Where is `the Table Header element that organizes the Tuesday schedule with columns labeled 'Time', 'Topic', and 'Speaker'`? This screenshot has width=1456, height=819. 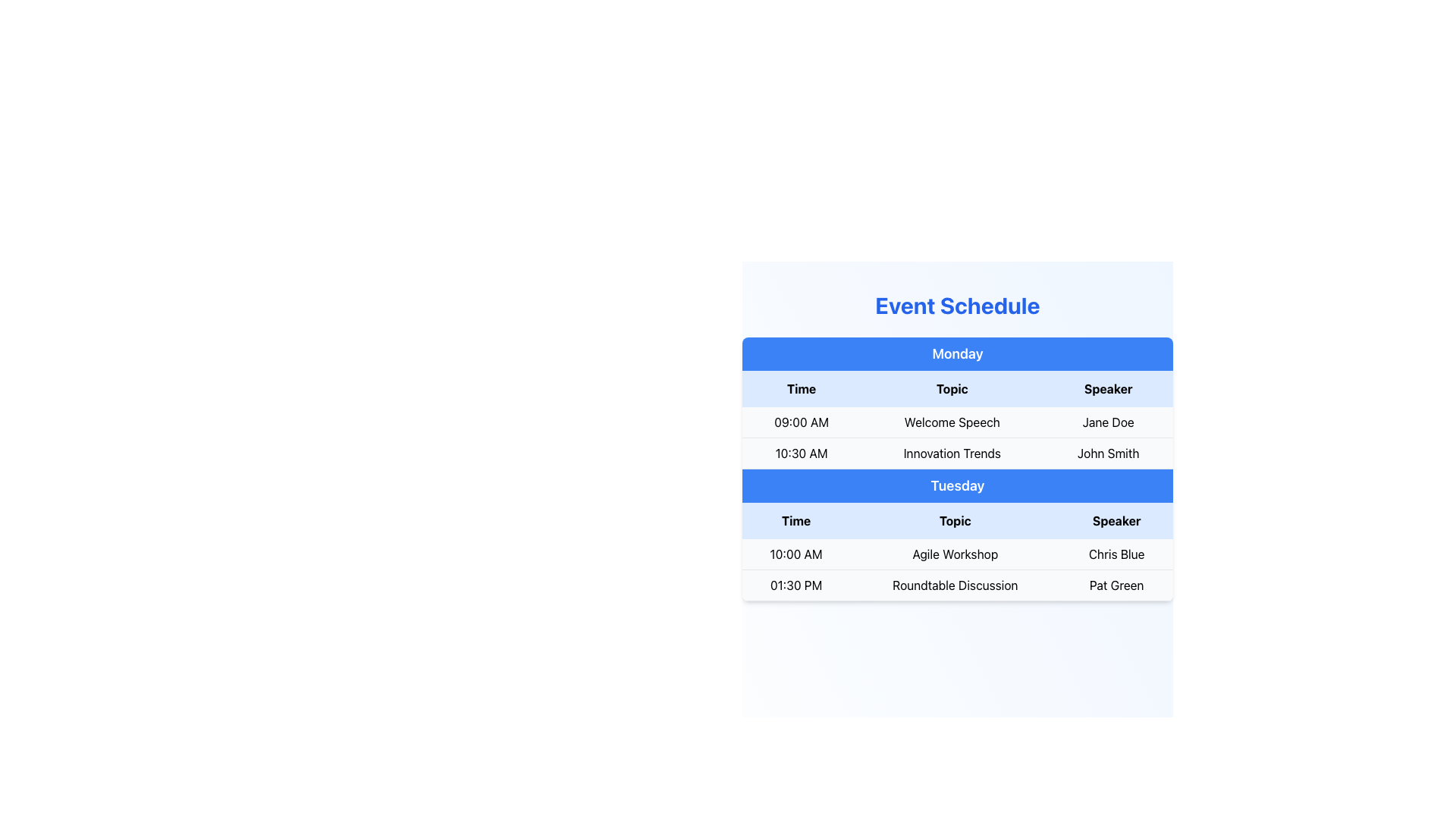
the Table Header element that organizes the Tuesday schedule with columns labeled 'Time', 'Topic', and 'Speaker' is located at coordinates (956, 519).